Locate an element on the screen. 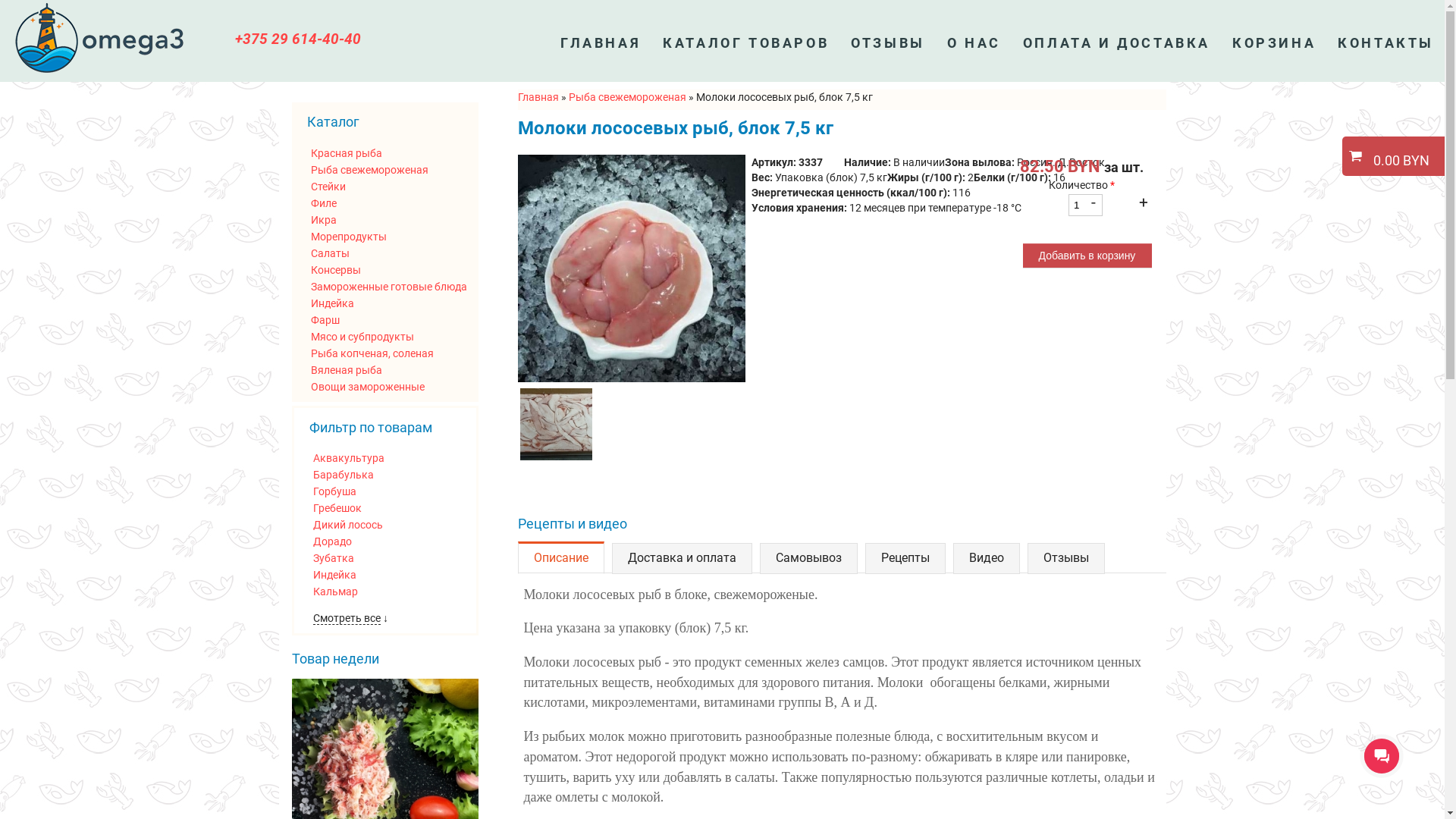 Image resolution: width=1456 pixels, height=819 pixels. '+375 29 614-40-40' is located at coordinates (298, 38).